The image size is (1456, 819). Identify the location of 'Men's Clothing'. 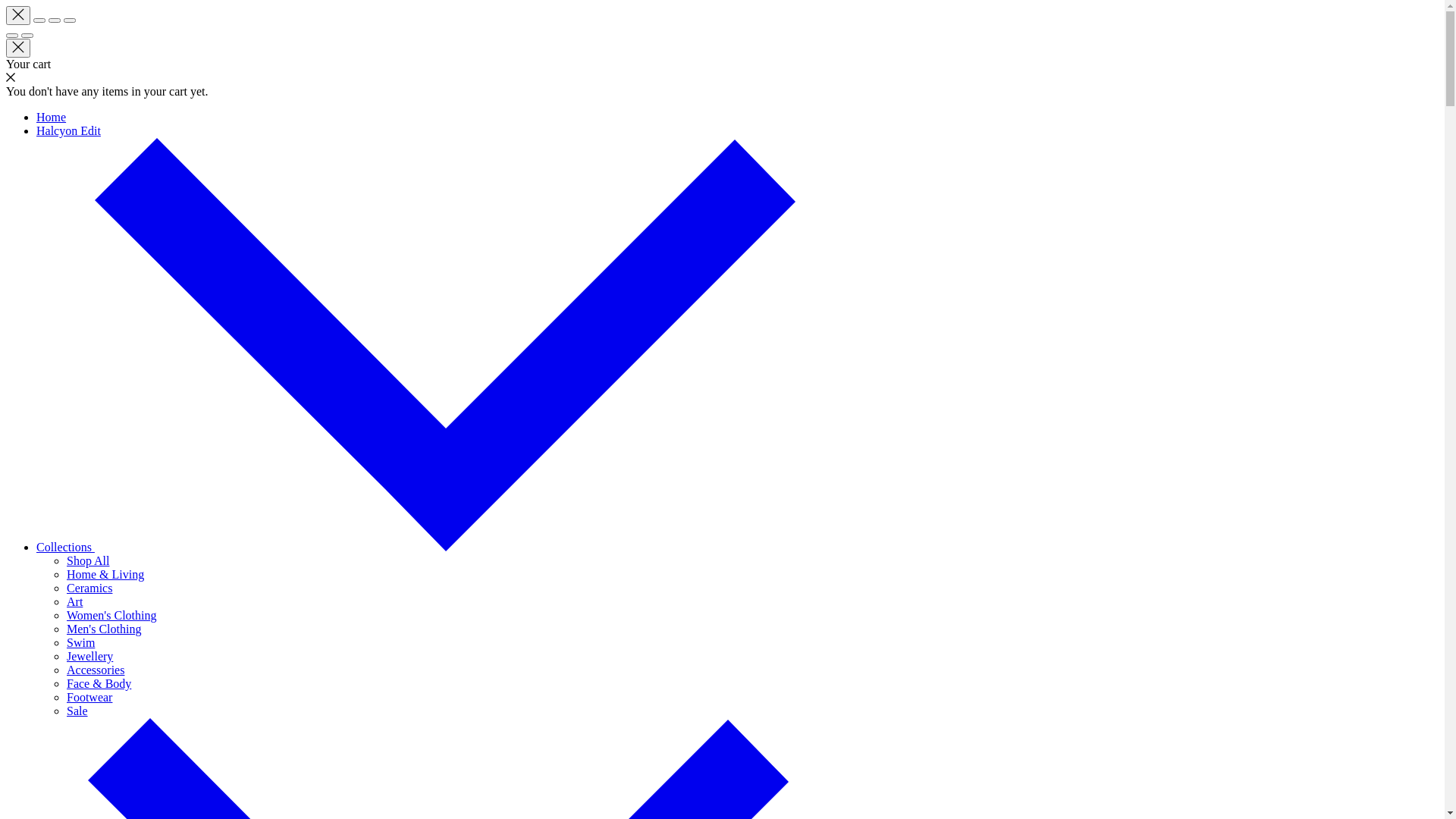
(103, 629).